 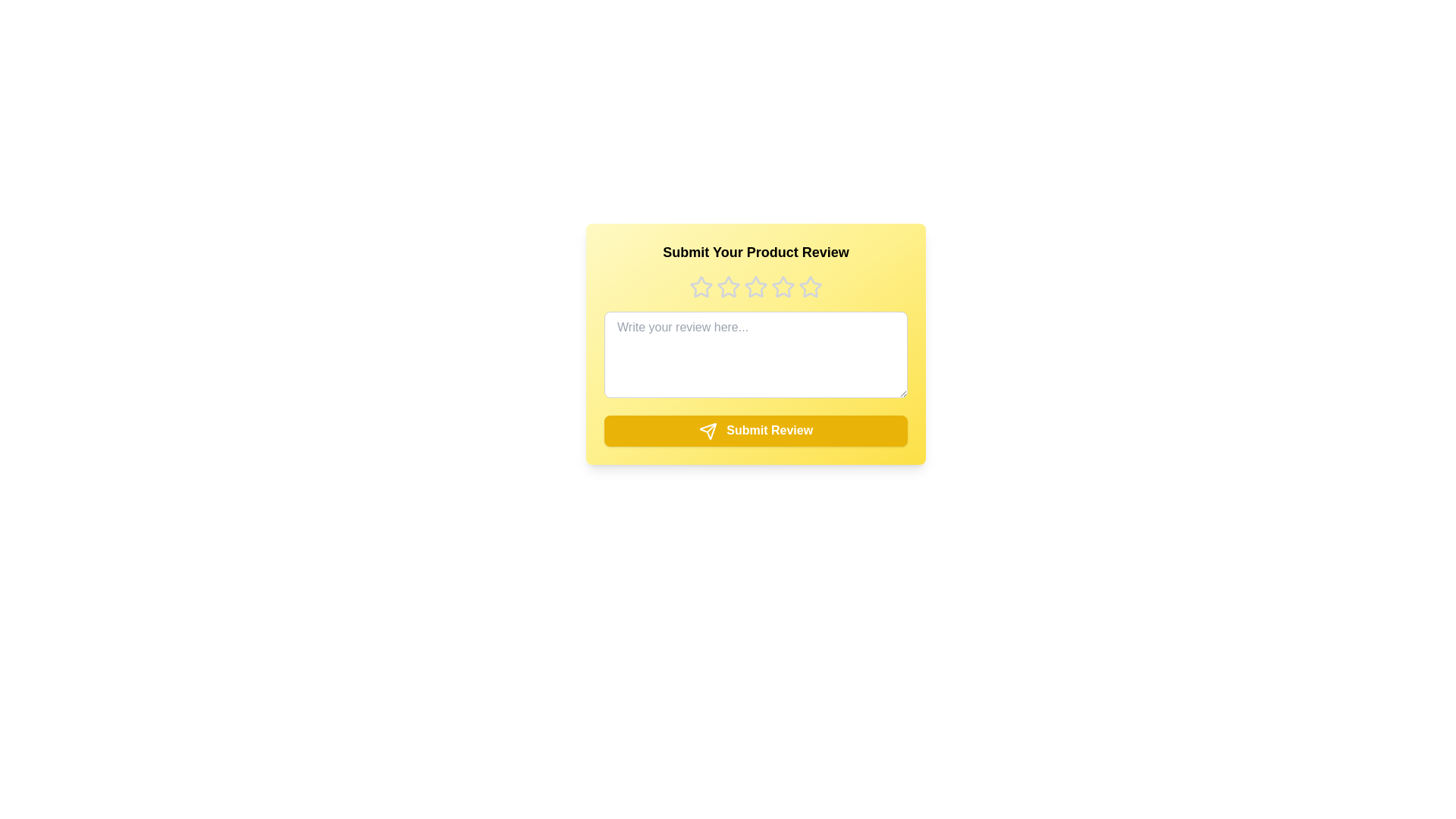 What do you see at coordinates (707, 431) in the screenshot?
I see `the triangular-shaped icon that is part of the arrow-like icon located right before the 'Submit Review' button in the yellow action area` at bounding box center [707, 431].